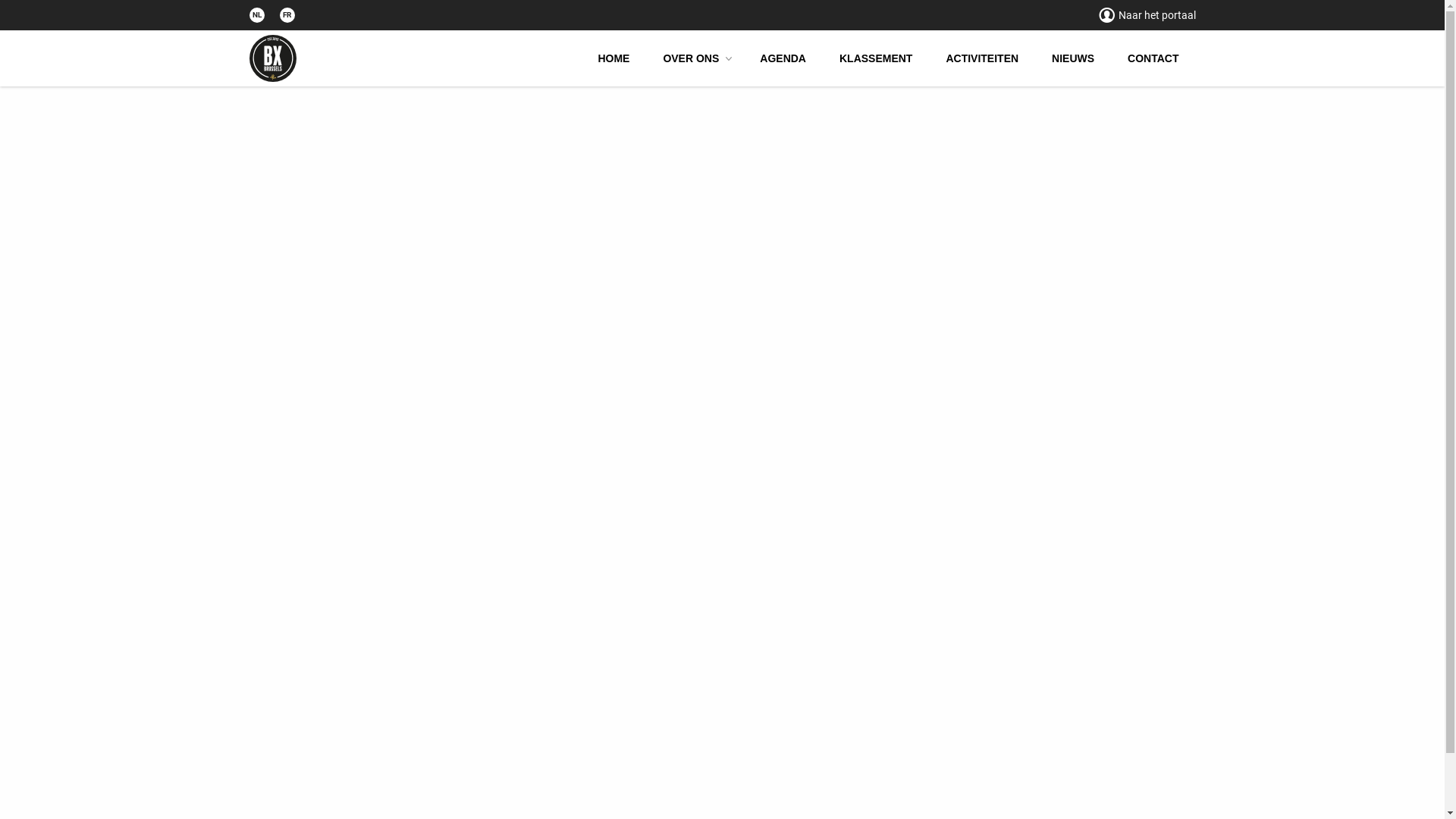  I want to click on 'ACTIVITEITEN', so click(927, 58).